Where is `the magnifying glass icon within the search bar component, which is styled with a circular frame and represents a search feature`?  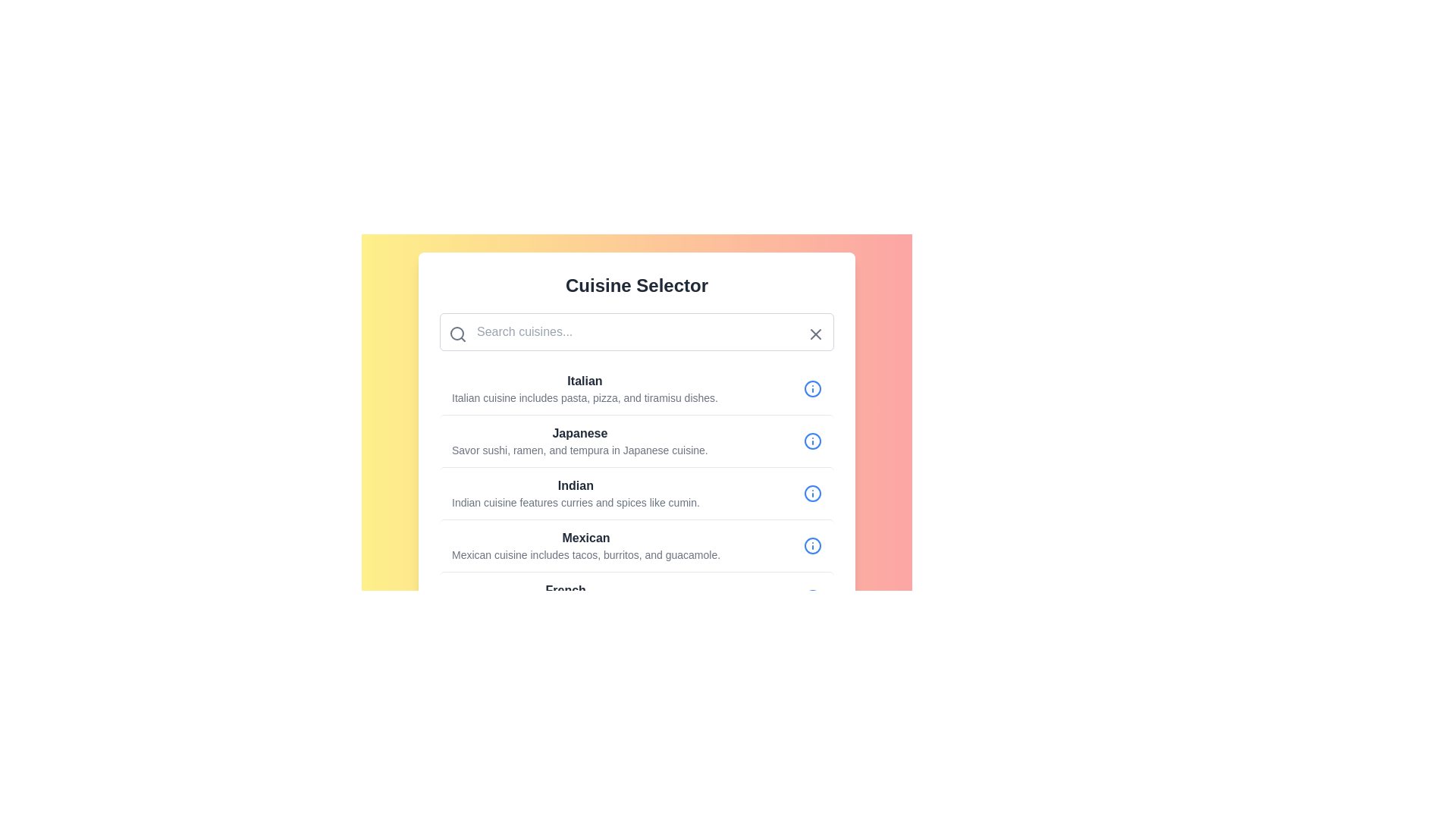 the magnifying glass icon within the search bar component, which is styled with a circular frame and represents a search feature is located at coordinates (457, 333).